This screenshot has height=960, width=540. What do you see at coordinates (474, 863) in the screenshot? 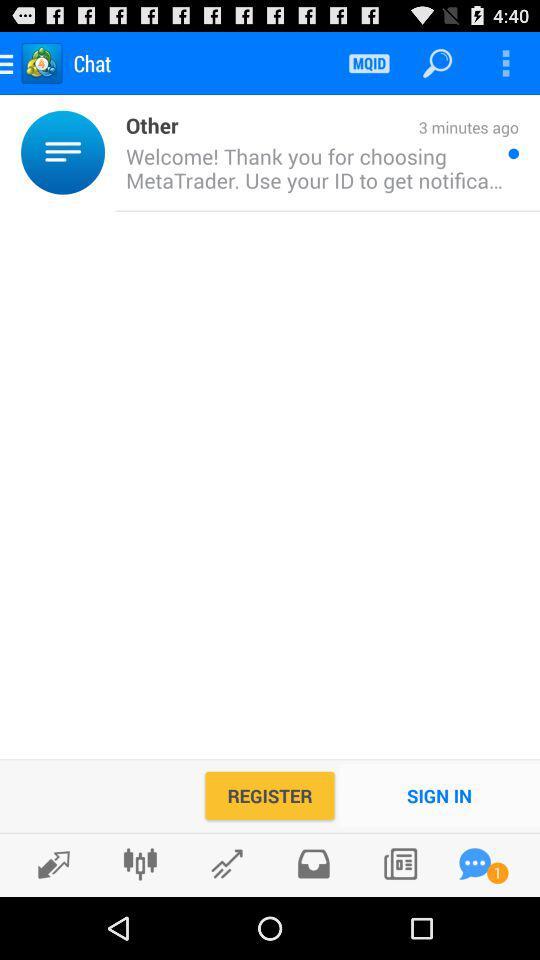
I see `message box` at bounding box center [474, 863].